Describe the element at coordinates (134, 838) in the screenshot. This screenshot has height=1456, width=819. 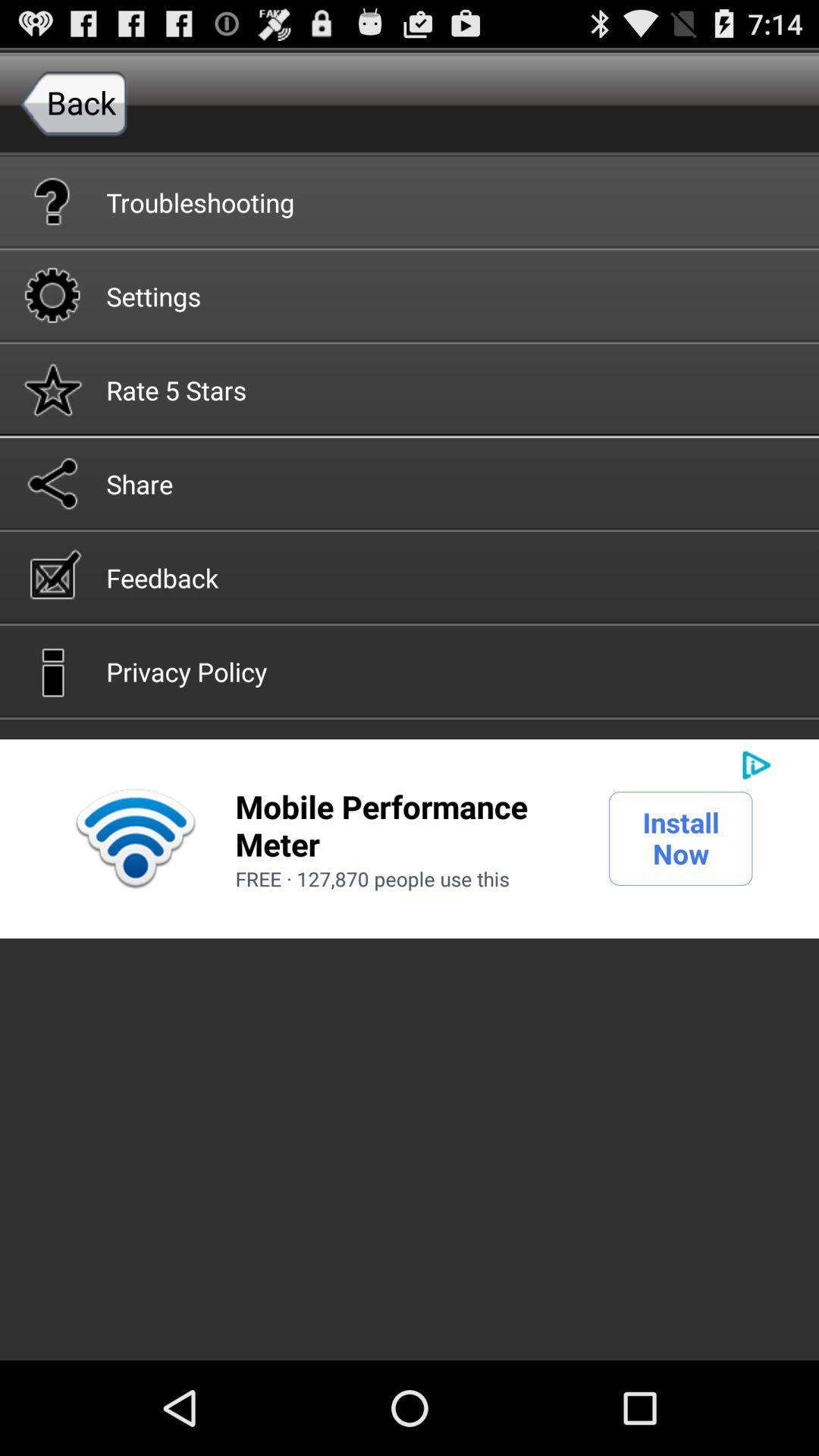
I see `item next to mobile performance meter icon` at that location.